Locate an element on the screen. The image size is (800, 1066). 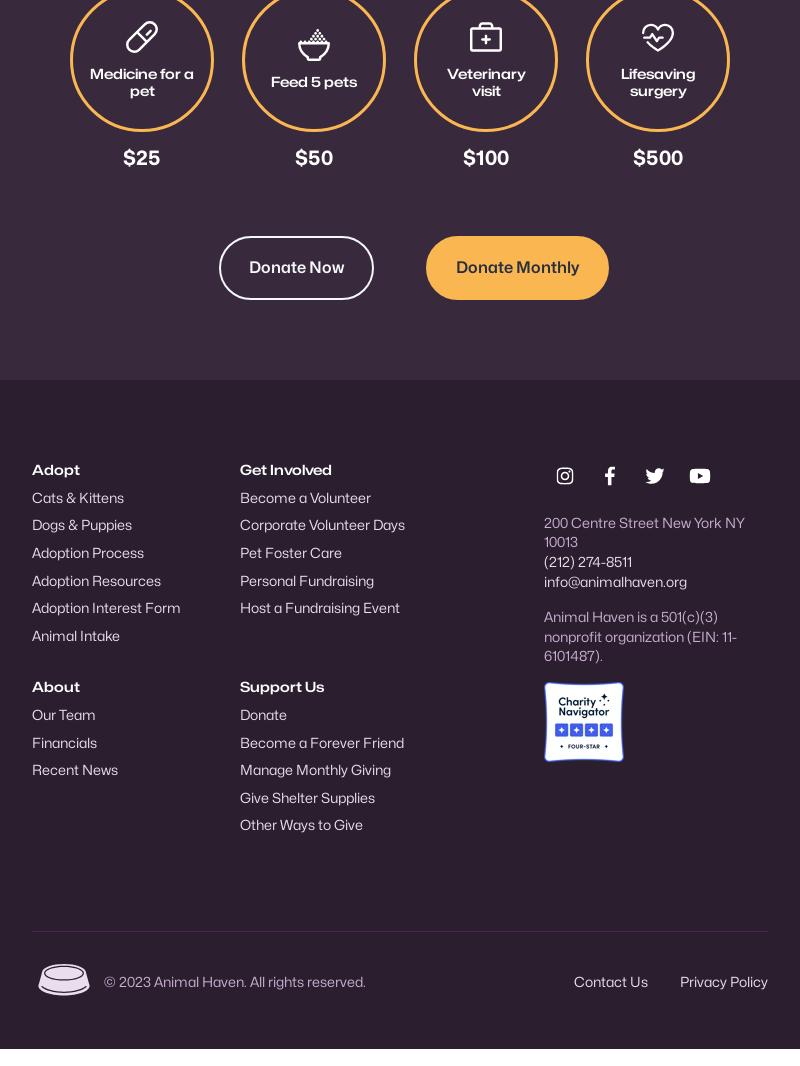
'Adoption Interest Form' is located at coordinates (32, 606).